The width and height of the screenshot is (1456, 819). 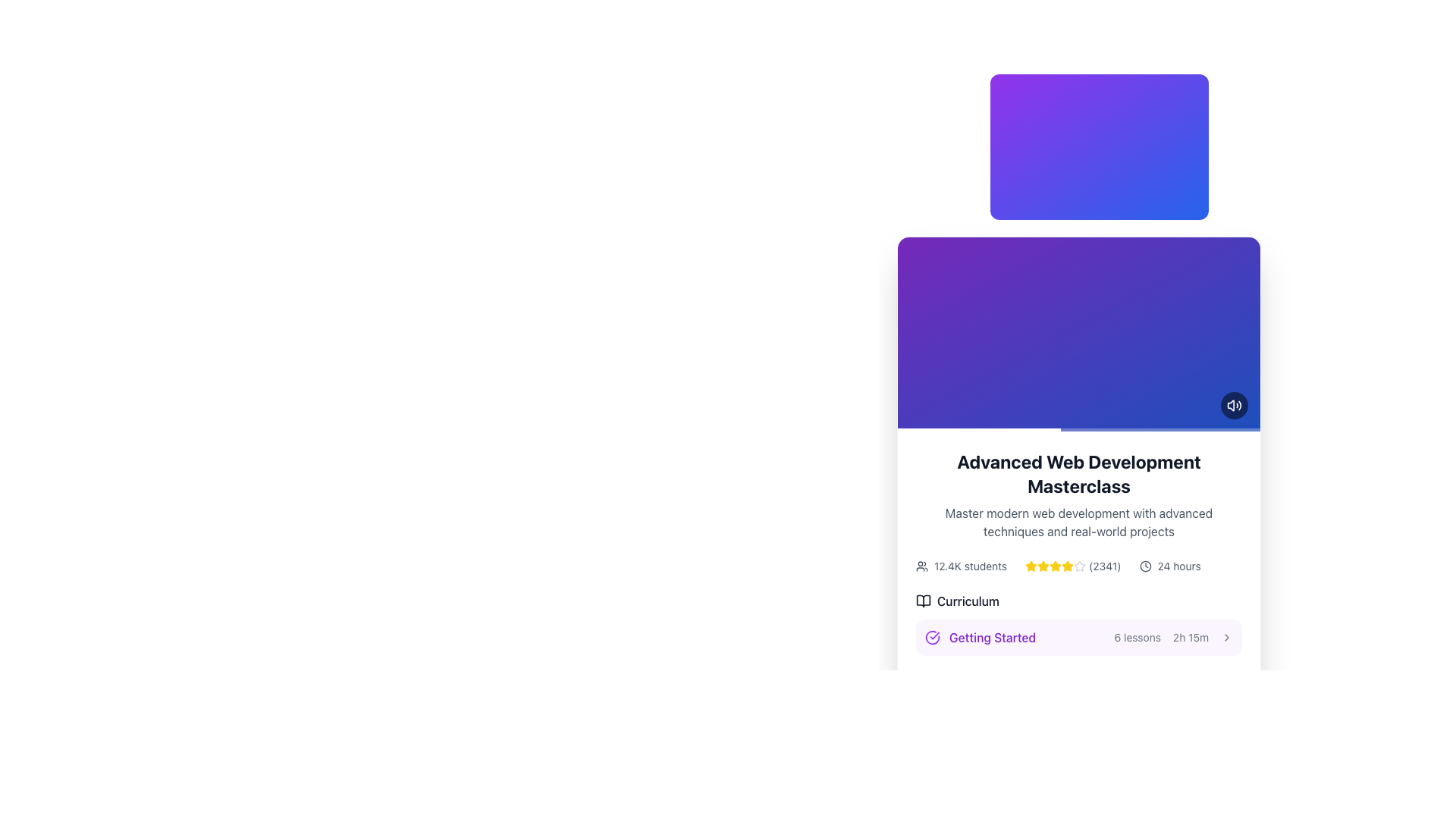 What do you see at coordinates (1078, 430) in the screenshot?
I see `the progress indicator bar located at the bottom edge of the gradient background area, which is semi-transparent white with a fully white segment on the left side` at bounding box center [1078, 430].